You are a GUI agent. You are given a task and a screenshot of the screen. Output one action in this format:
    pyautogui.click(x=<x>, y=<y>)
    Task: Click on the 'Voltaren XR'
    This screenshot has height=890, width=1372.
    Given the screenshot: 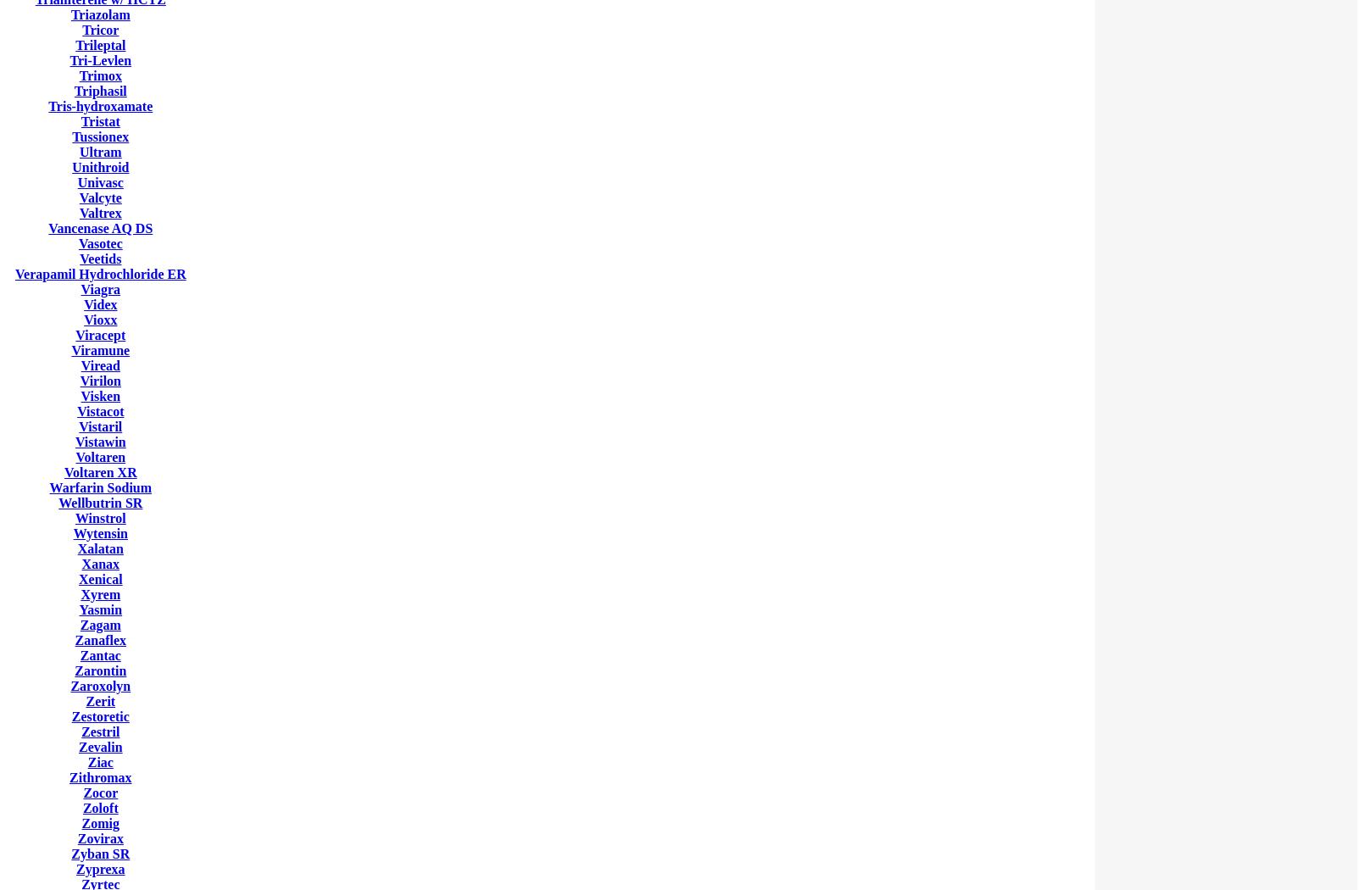 What is the action you would take?
    pyautogui.click(x=100, y=472)
    